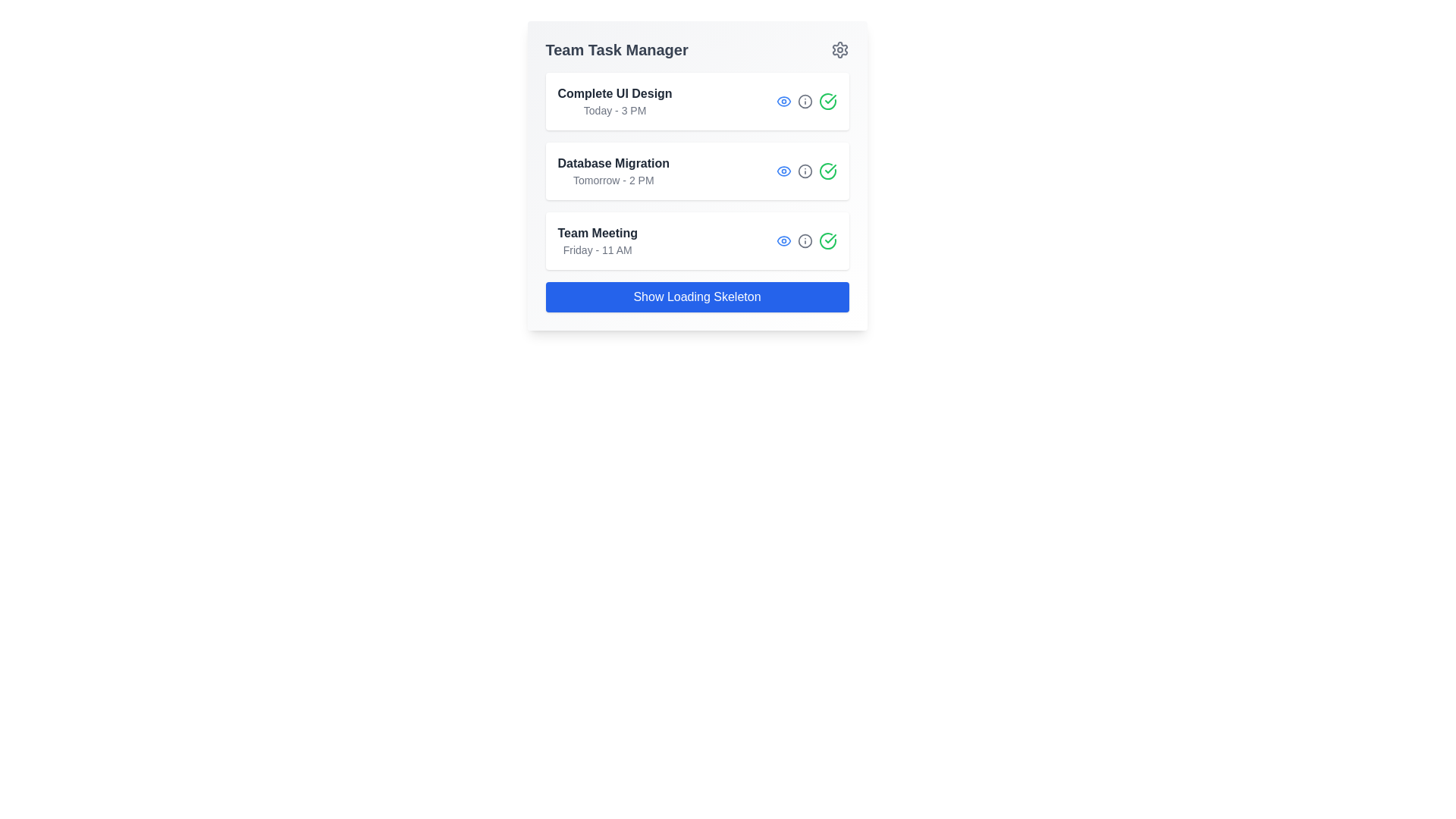  What do you see at coordinates (696, 240) in the screenshot?
I see `the icons within the 'Team Meeting' card component, which is the third item in a vertically stacked list of task cards` at bounding box center [696, 240].